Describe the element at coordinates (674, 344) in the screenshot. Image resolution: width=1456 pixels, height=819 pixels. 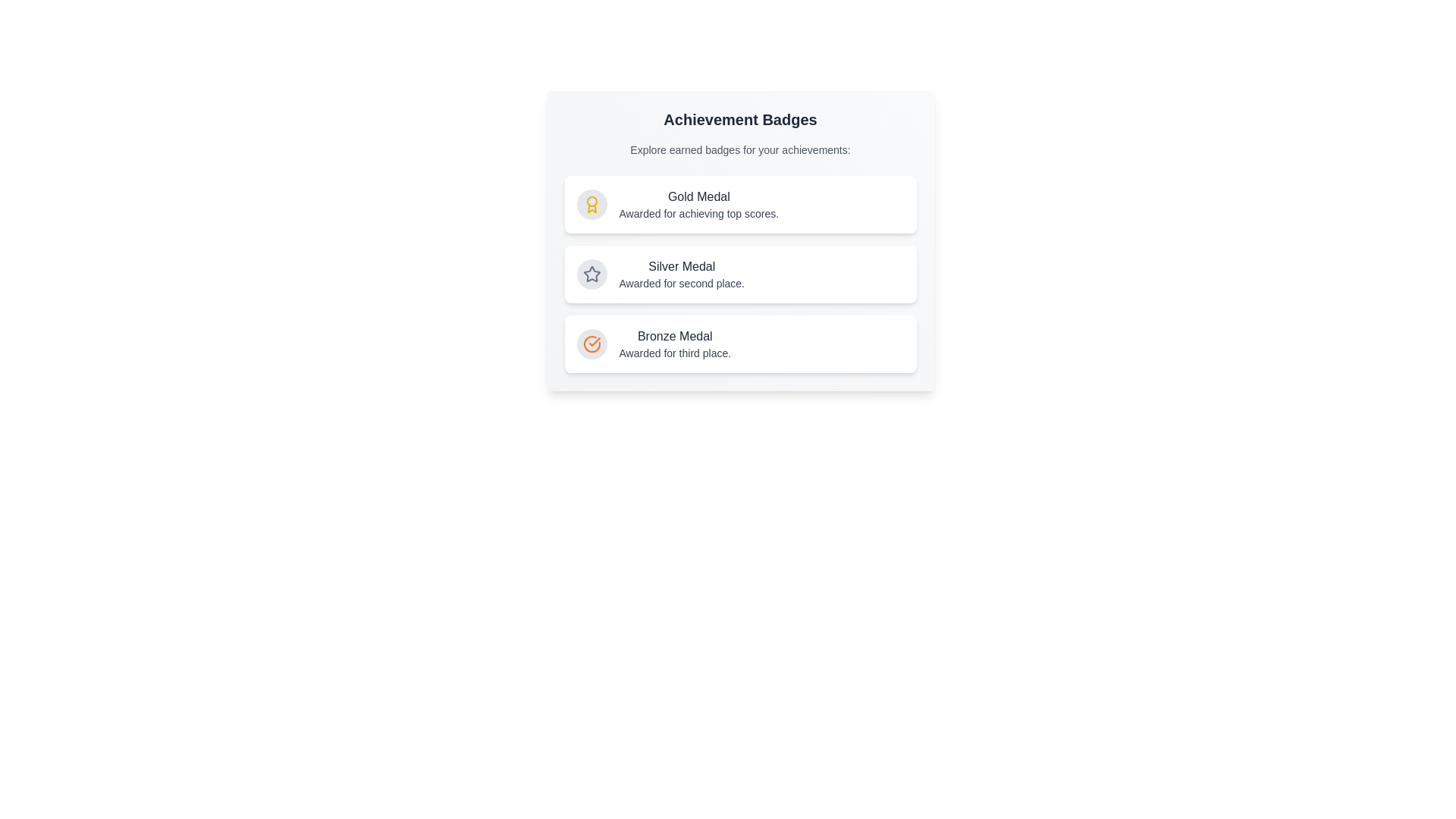
I see `information provided in the 'Bronze Medal' text label, which includes the bold text 'Bronze Medal' and the smaller text 'Awarded for third place.'` at that location.